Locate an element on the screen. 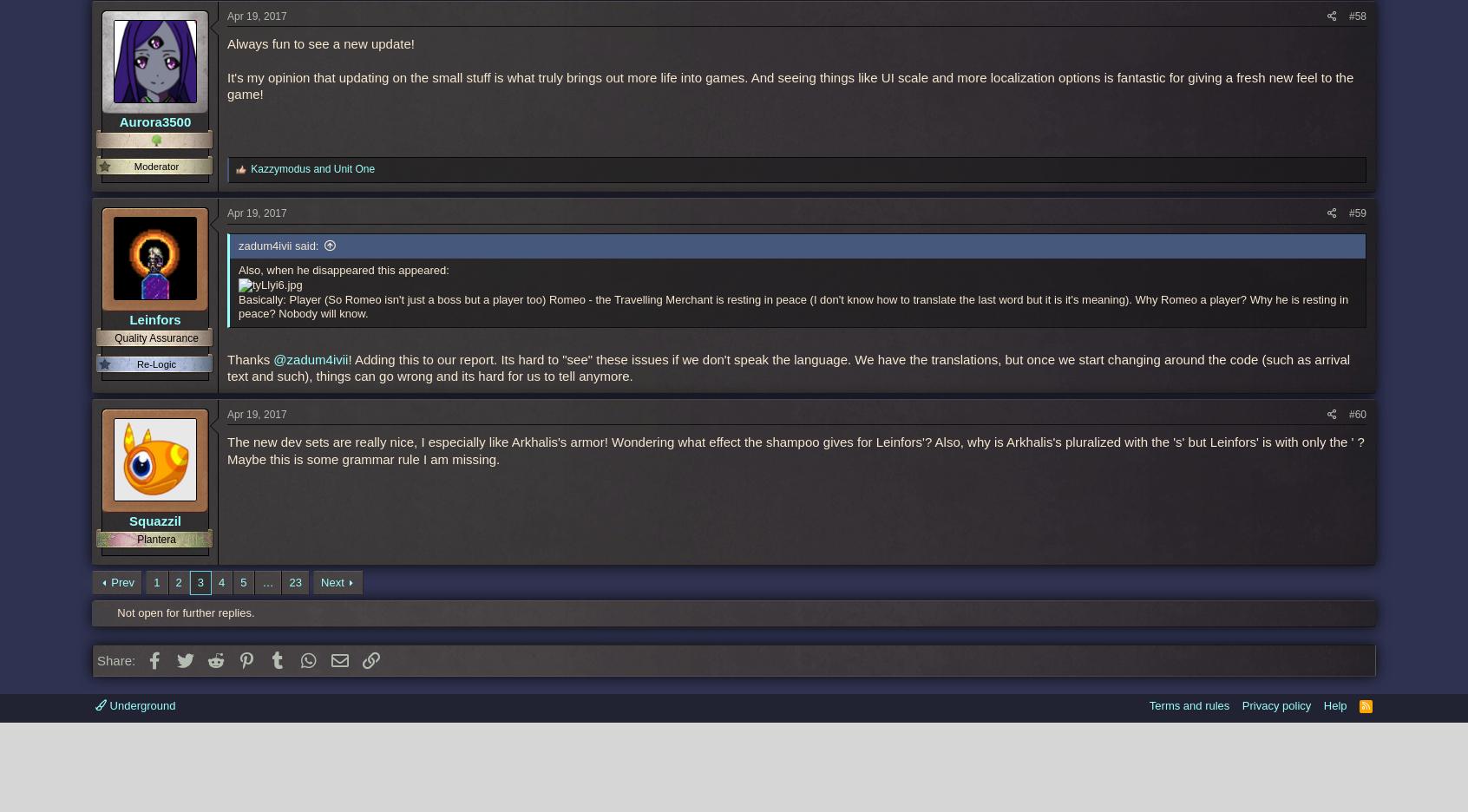 Image resolution: width=1468 pixels, height=812 pixels. 'Kazzymodus' is located at coordinates (279, 167).